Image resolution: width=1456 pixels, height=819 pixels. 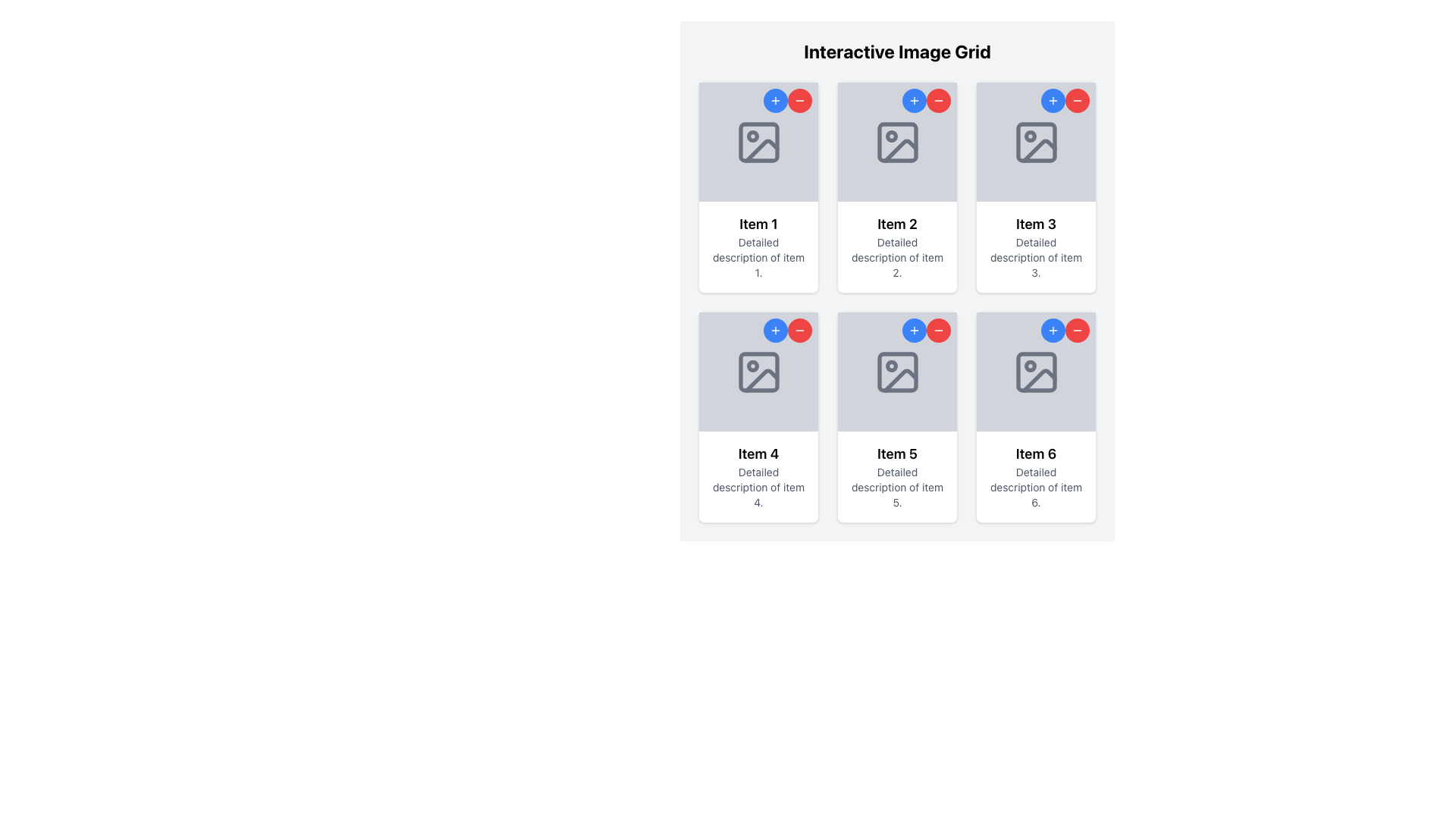 I want to click on the title and description of the interactive card located in the second row, first column of the grid layout, which is the fourth card in the arrangement, so click(x=758, y=417).